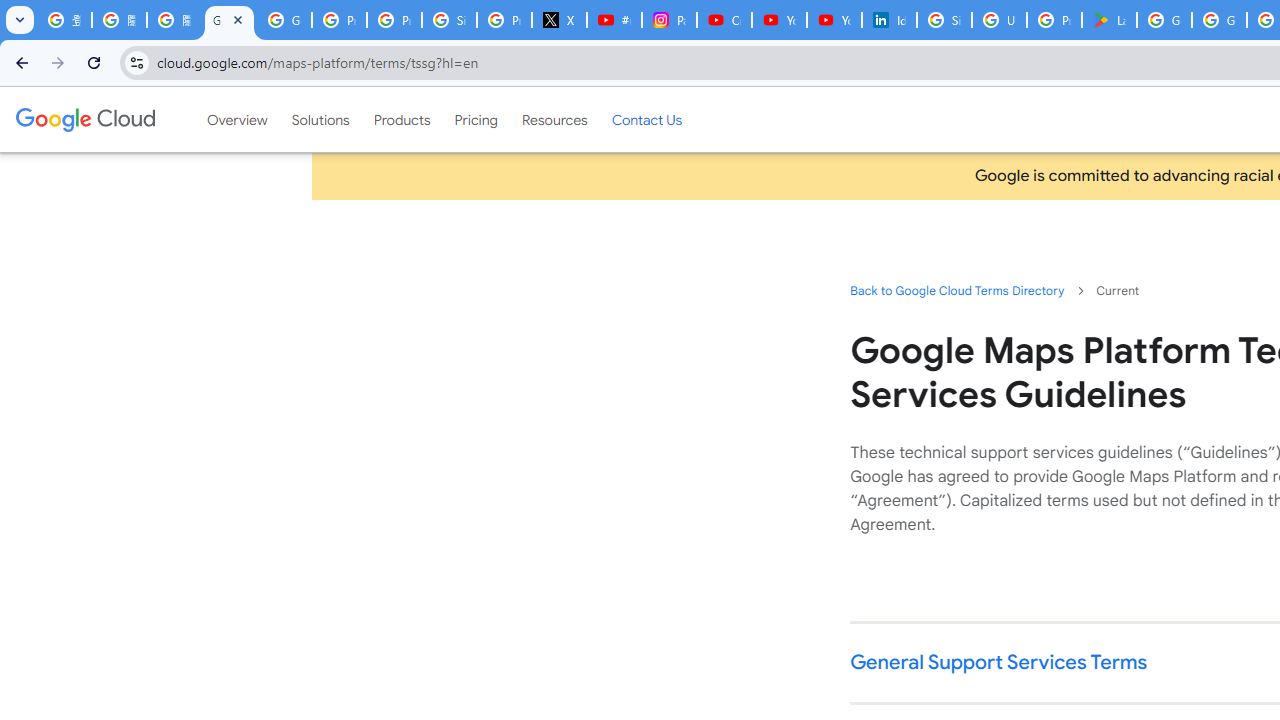 This screenshot has width=1280, height=720. I want to click on 'Pricing', so click(475, 119).